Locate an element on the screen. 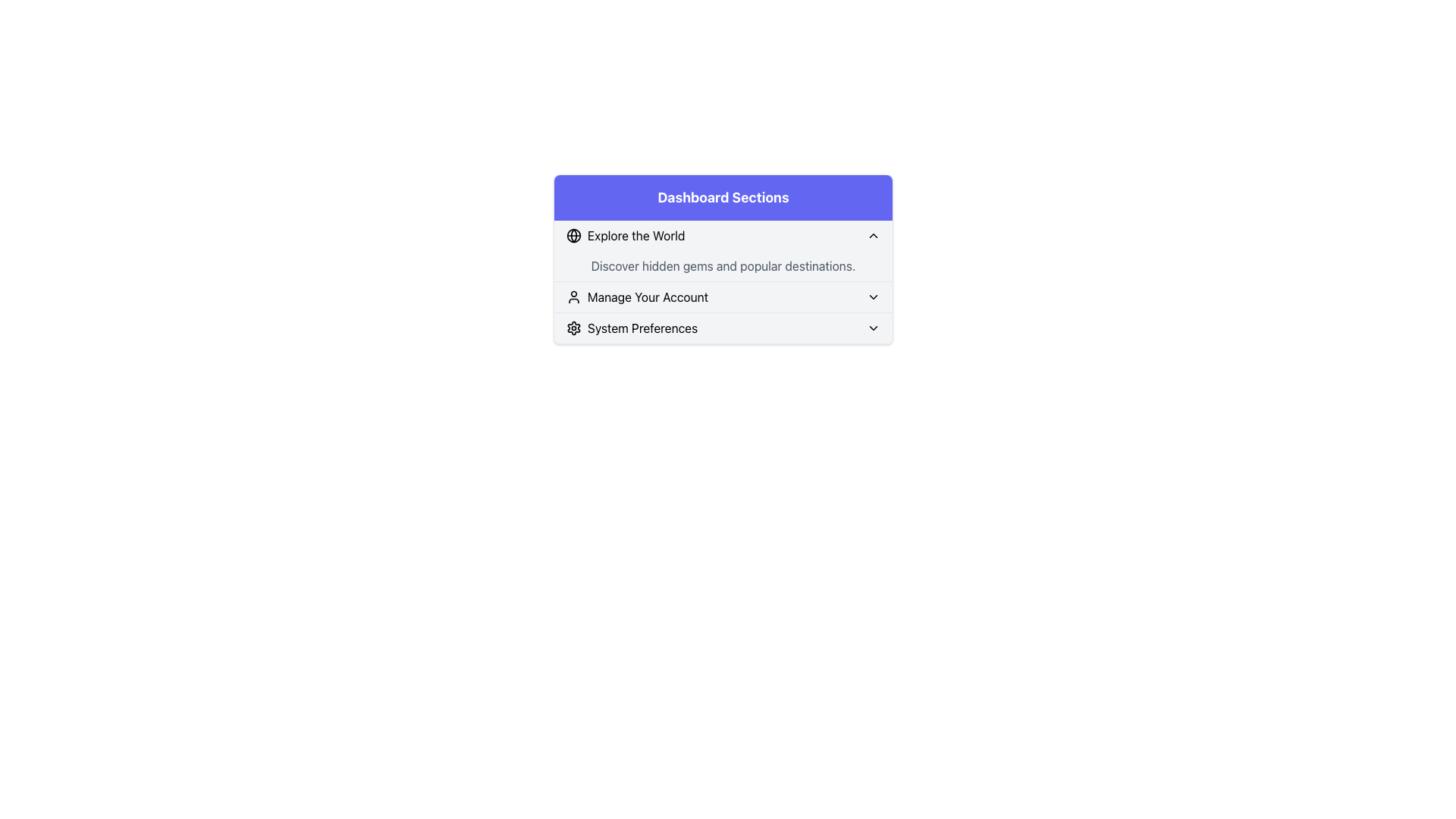  the text label with grey background reading 'Discover hidden gems and popular destinations', located under the title 'Explore the World' in the 'Dashboard Sections' panel is located at coordinates (723, 259).